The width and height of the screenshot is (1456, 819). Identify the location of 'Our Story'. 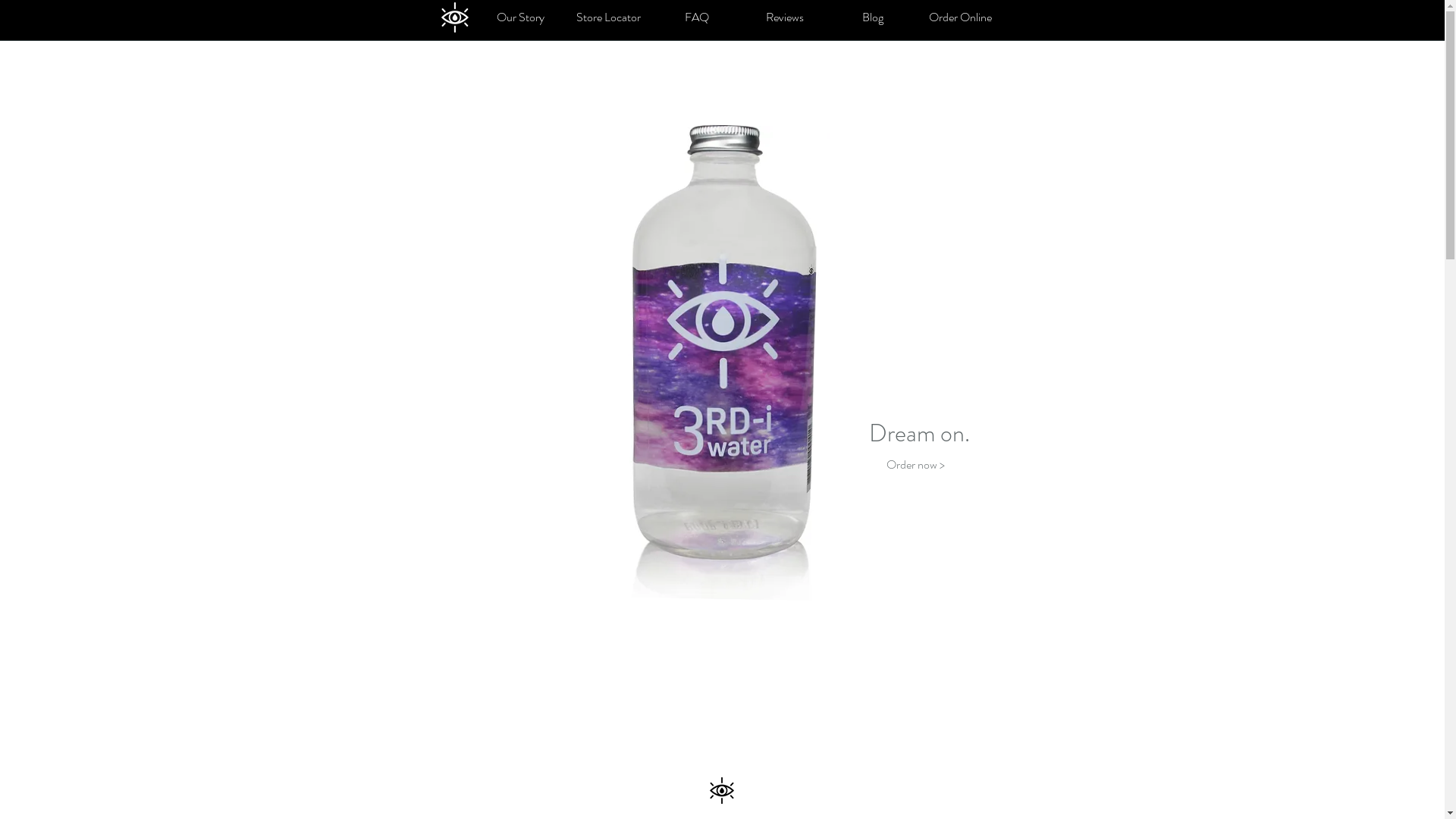
(520, 17).